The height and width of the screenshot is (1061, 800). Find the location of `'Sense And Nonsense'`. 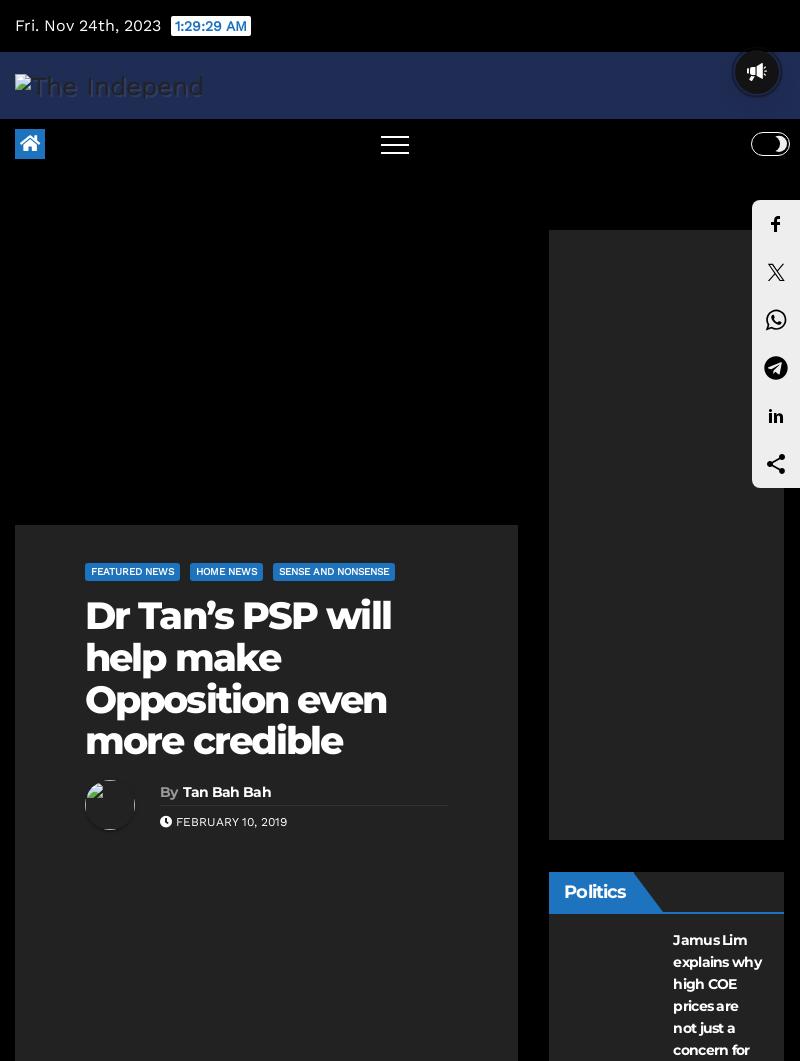

'Sense And Nonsense' is located at coordinates (334, 570).